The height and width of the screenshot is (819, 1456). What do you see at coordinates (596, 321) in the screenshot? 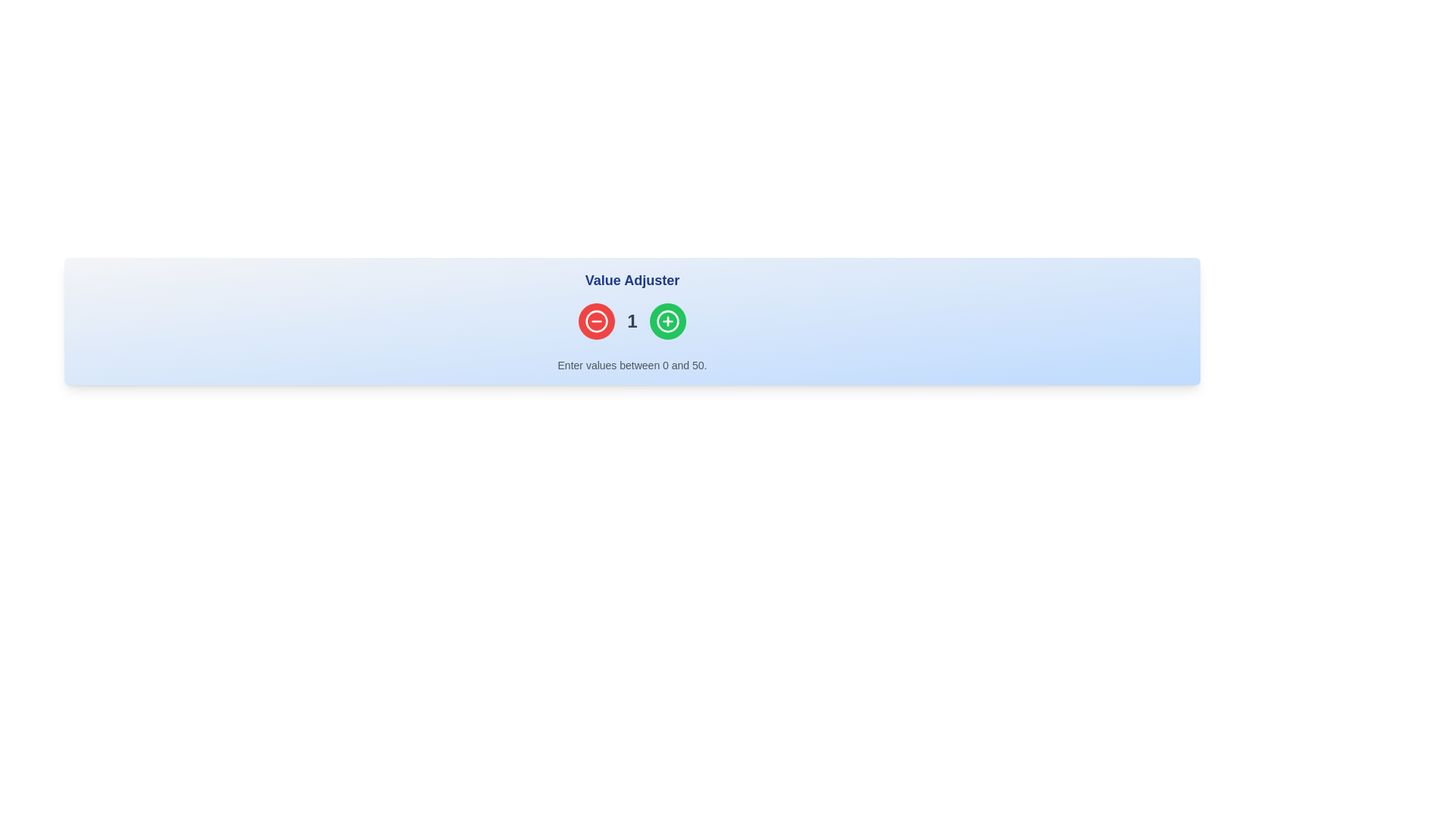
I see `the red circular minus button located beneath the 'Value Adjuster' text for keyboard interaction` at bounding box center [596, 321].